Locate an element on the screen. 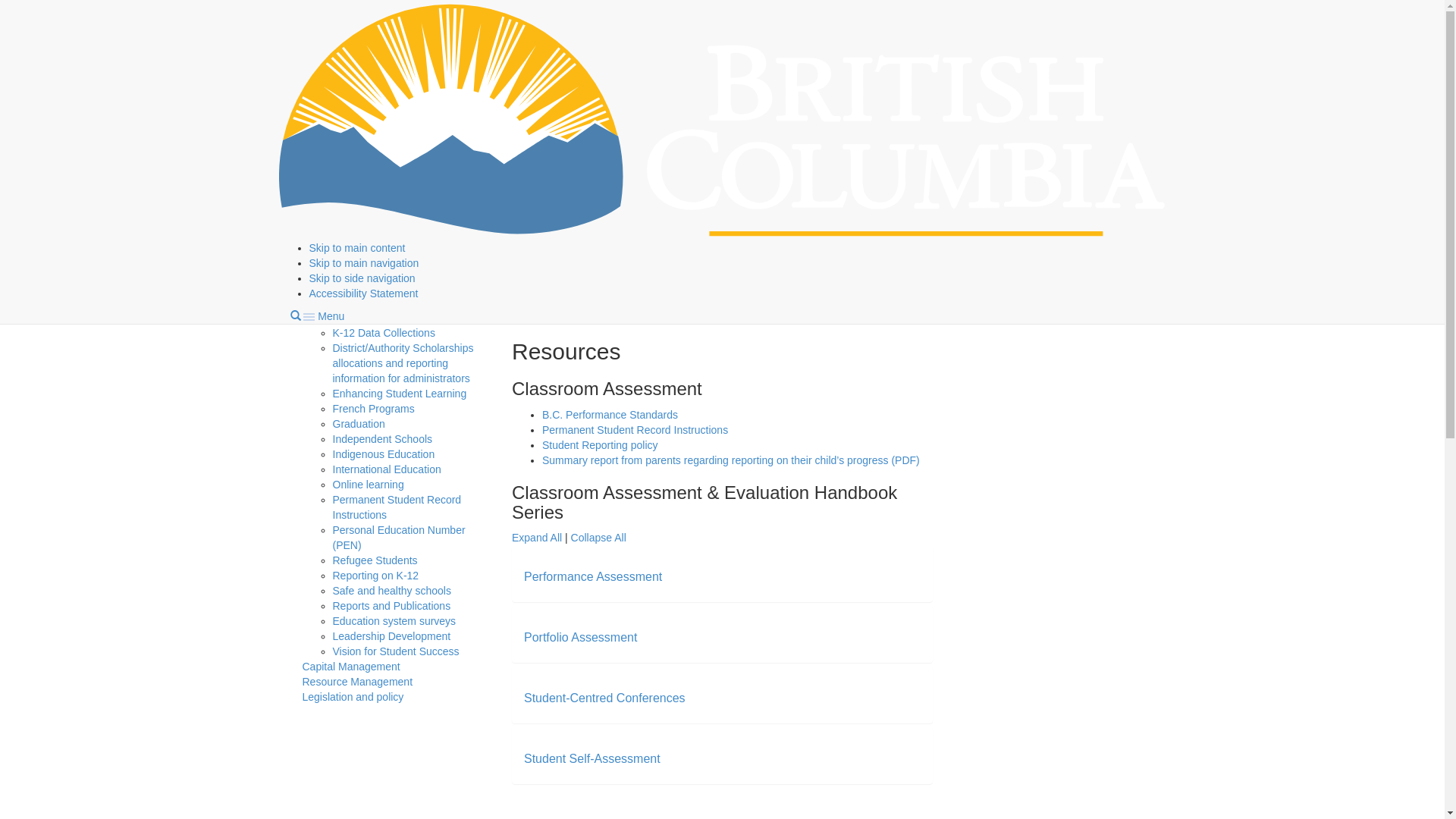 The width and height of the screenshot is (1456, 819). 'B.C. Performance Standards' is located at coordinates (542, 415).